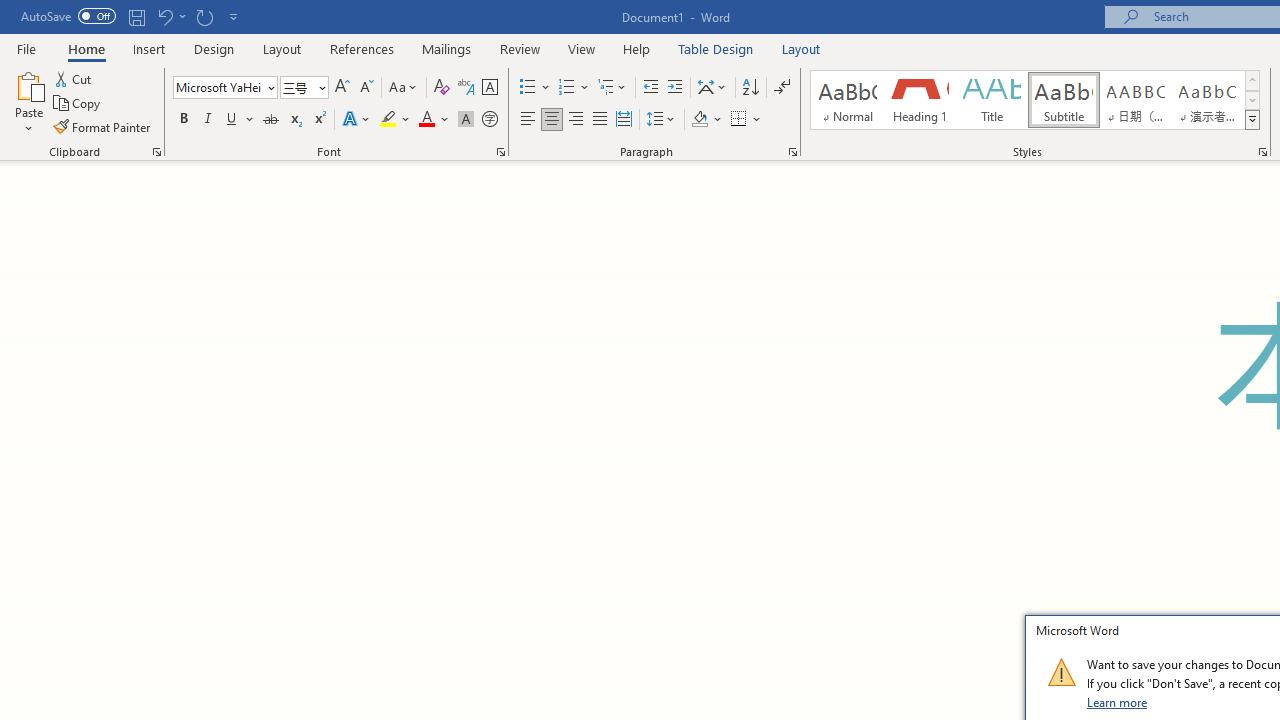 This screenshot has height=720, width=1280. I want to click on 'Office Clipboard...', so click(155, 150).